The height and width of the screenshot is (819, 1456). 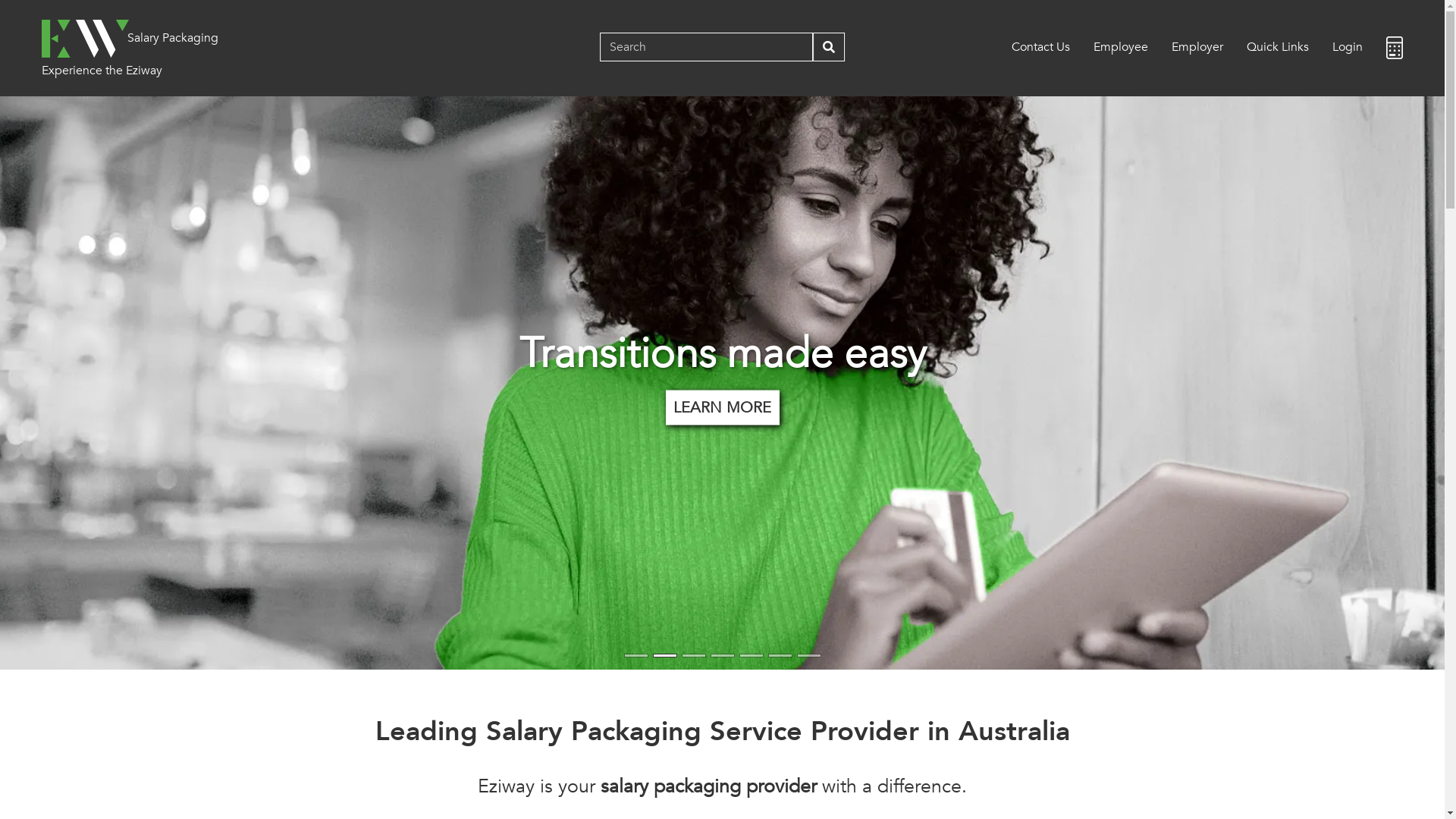 What do you see at coordinates (1121, 45) in the screenshot?
I see `'Employee'` at bounding box center [1121, 45].